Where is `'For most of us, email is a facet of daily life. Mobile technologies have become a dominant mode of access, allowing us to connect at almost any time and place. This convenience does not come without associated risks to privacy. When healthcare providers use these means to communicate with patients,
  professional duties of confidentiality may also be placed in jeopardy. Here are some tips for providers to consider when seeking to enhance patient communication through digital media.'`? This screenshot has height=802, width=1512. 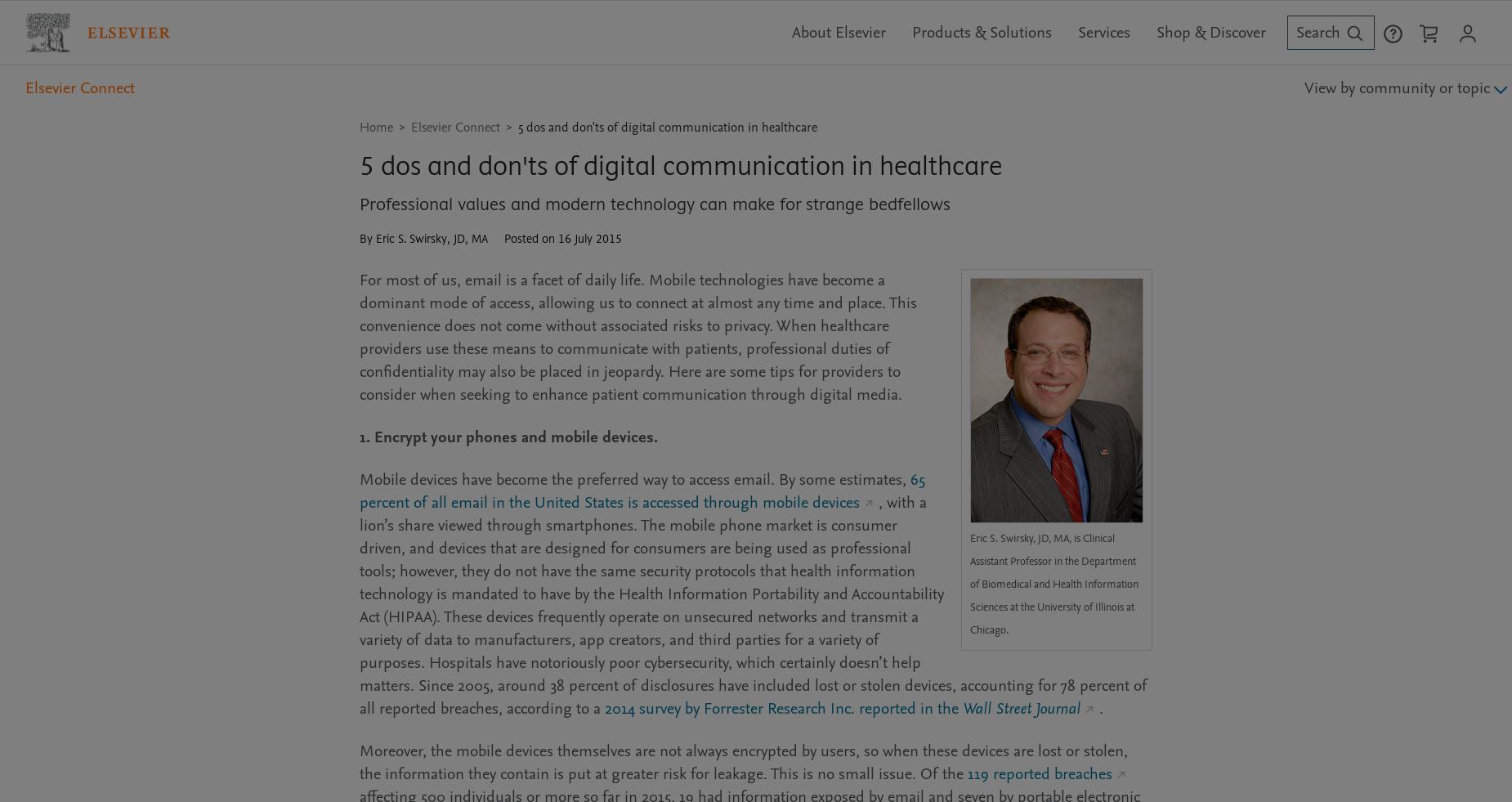 'For most of us, email is a facet of daily life. Mobile technologies have become a dominant mode of access, allowing us to connect at almost any time and place. This convenience does not come without associated risks to privacy. When healthcare providers use these means to communicate with patients,
  professional duties of confidentiality may also be placed in jeopardy. Here are some tips for providers to consider when seeking to enhance patient communication through digital media.' is located at coordinates (638, 336).